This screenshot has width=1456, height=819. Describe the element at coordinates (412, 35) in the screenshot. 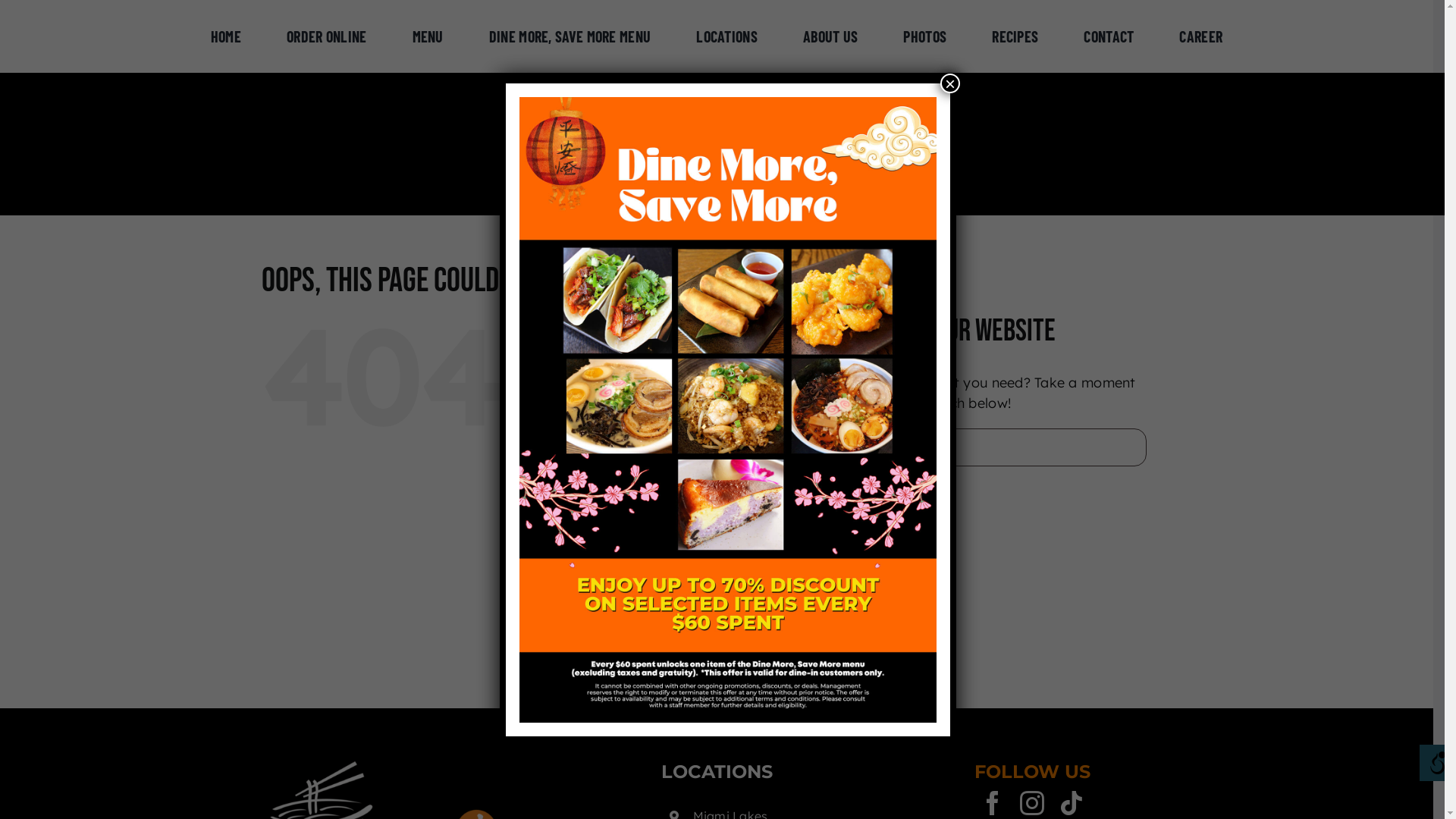

I see `'MENU'` at that location.